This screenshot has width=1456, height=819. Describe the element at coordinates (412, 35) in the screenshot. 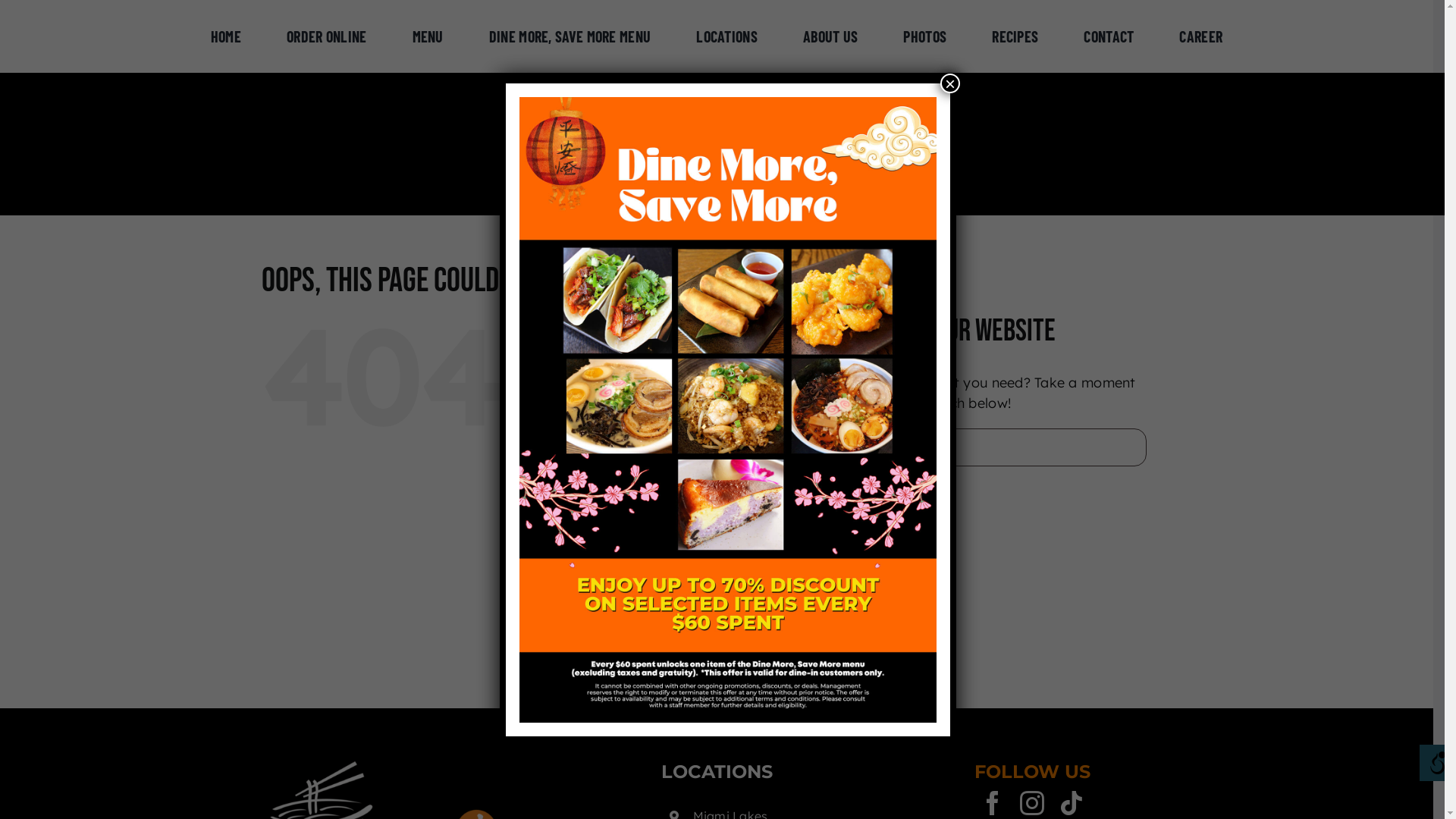

I see `'MENU'` at that location.